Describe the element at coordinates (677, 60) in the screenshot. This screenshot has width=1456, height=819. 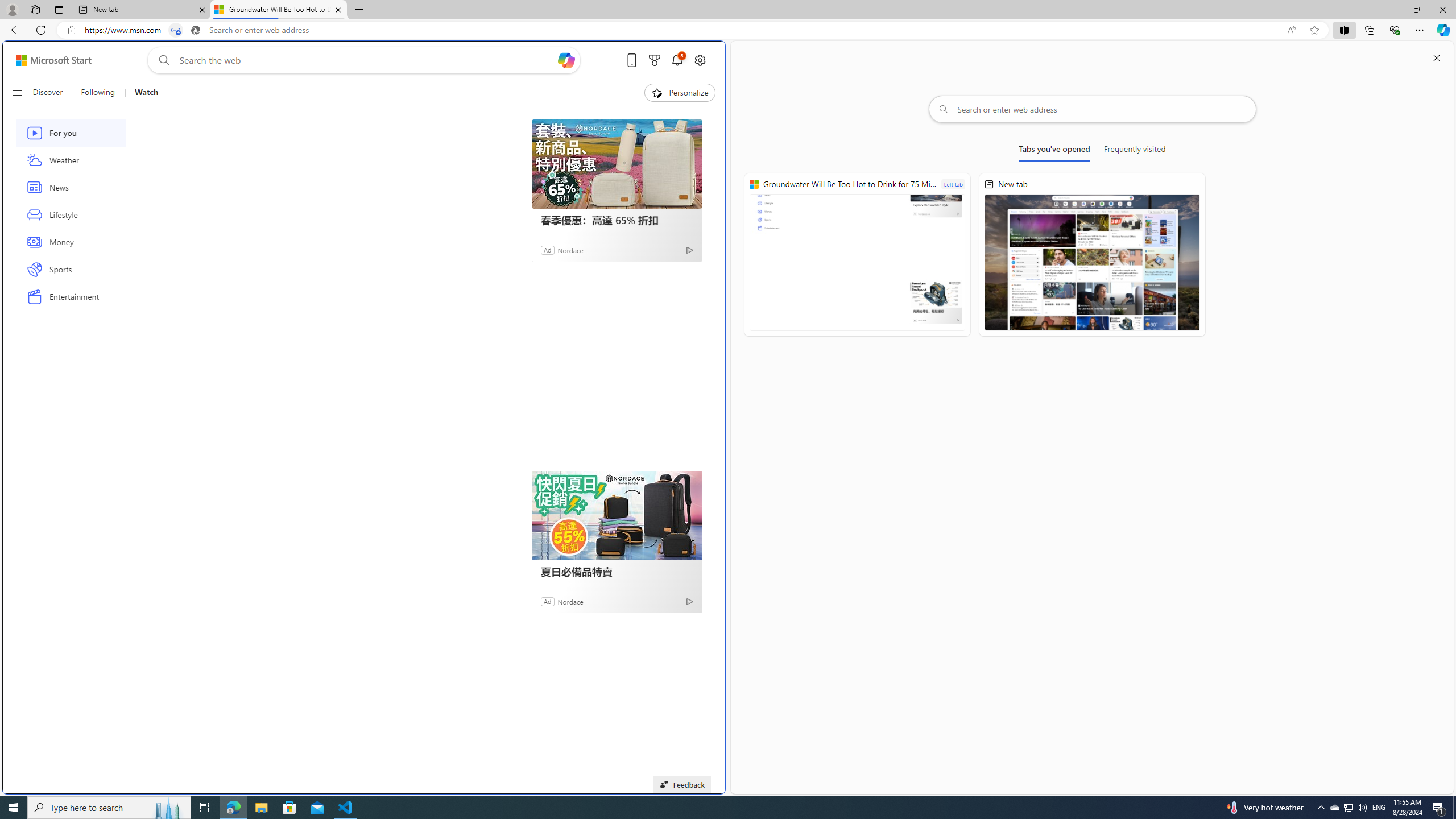
I see `'Notifications'` at that location.